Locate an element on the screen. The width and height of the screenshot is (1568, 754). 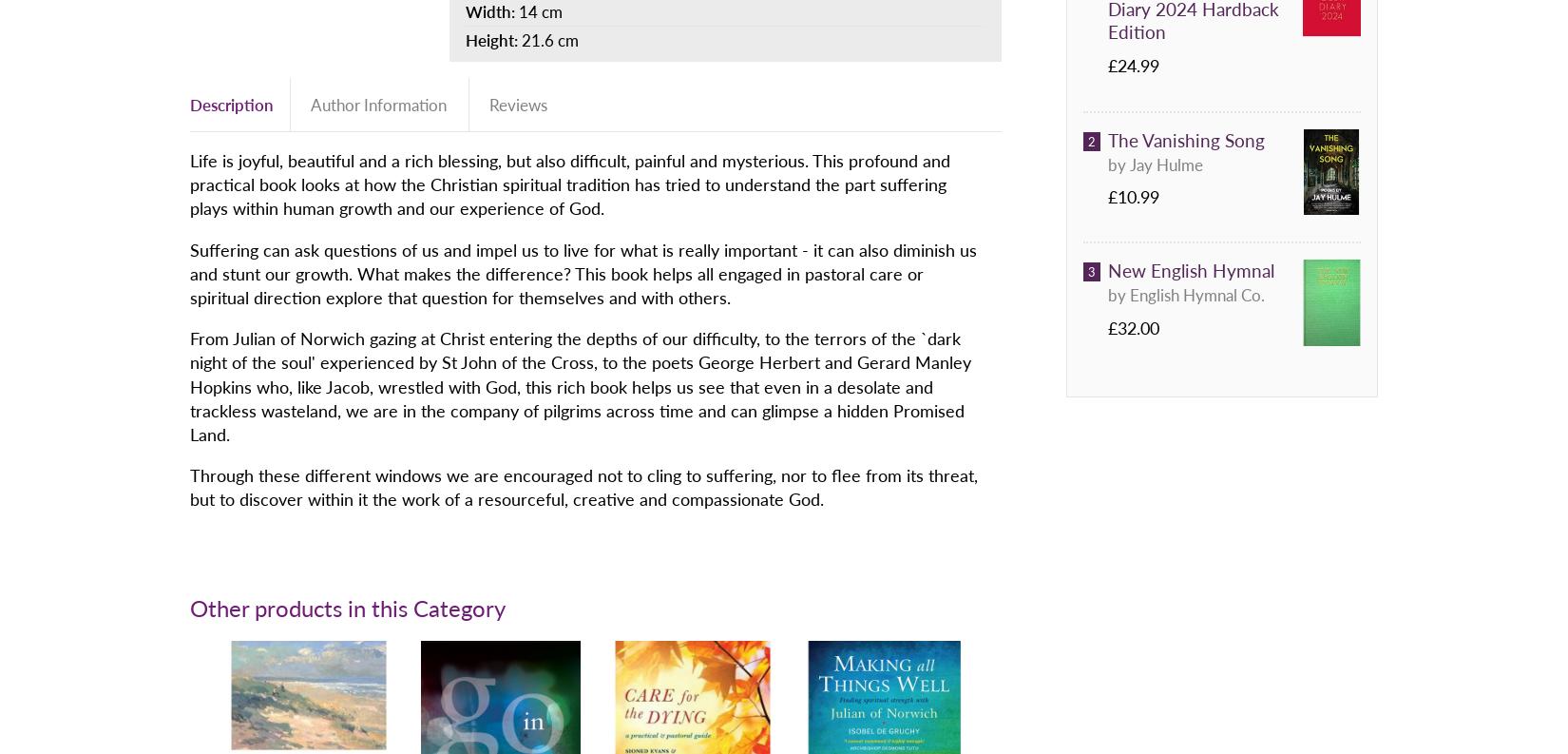
'Width:' is located at coordinates (465, 10).